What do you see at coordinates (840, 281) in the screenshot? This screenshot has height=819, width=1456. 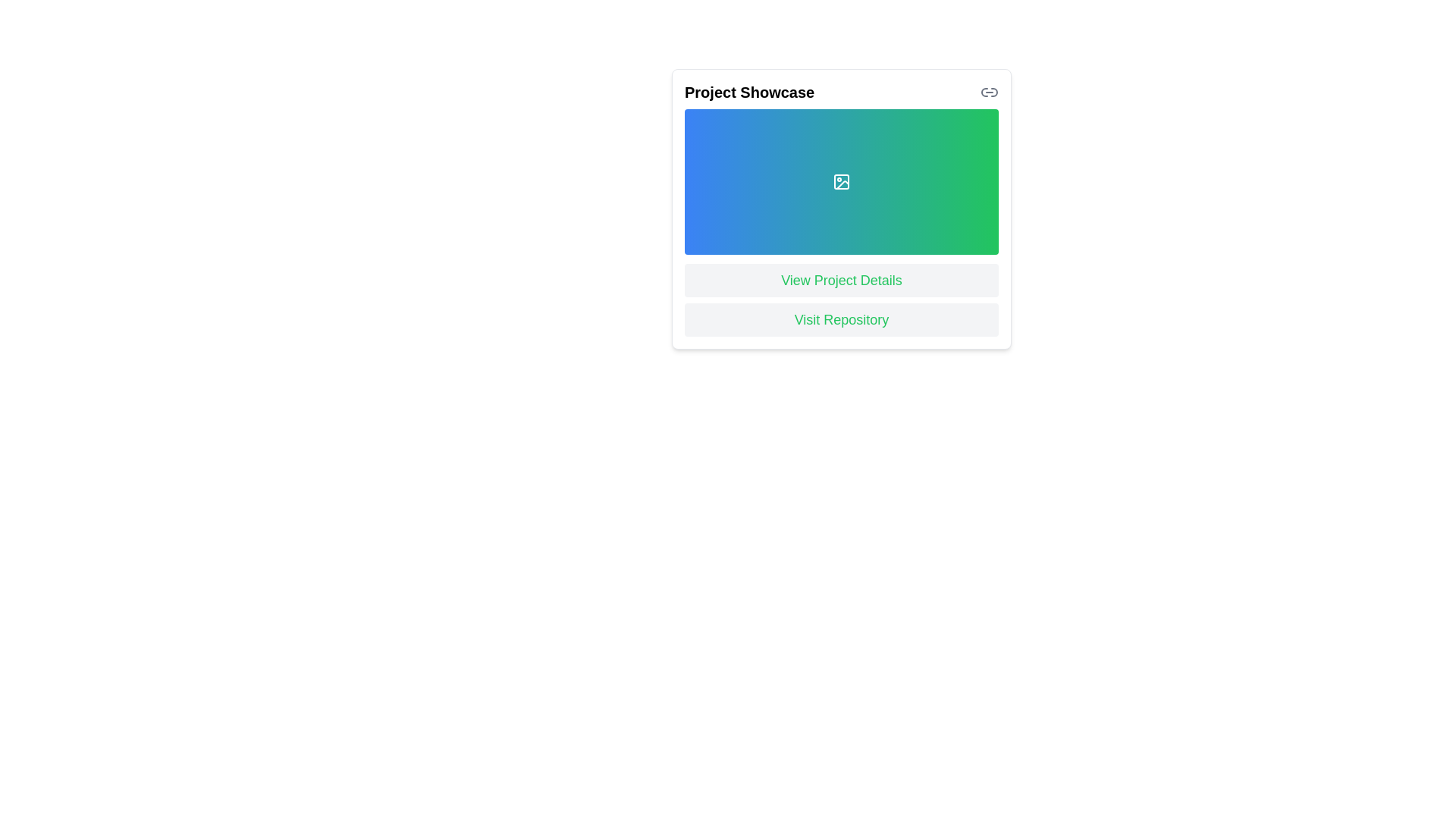 I see `the 'View Project Details' button, which is a rectangular, rounded button with green text on a light gray background, located under the heading 'Project Showcase.'` at bounding box center [840, 281].